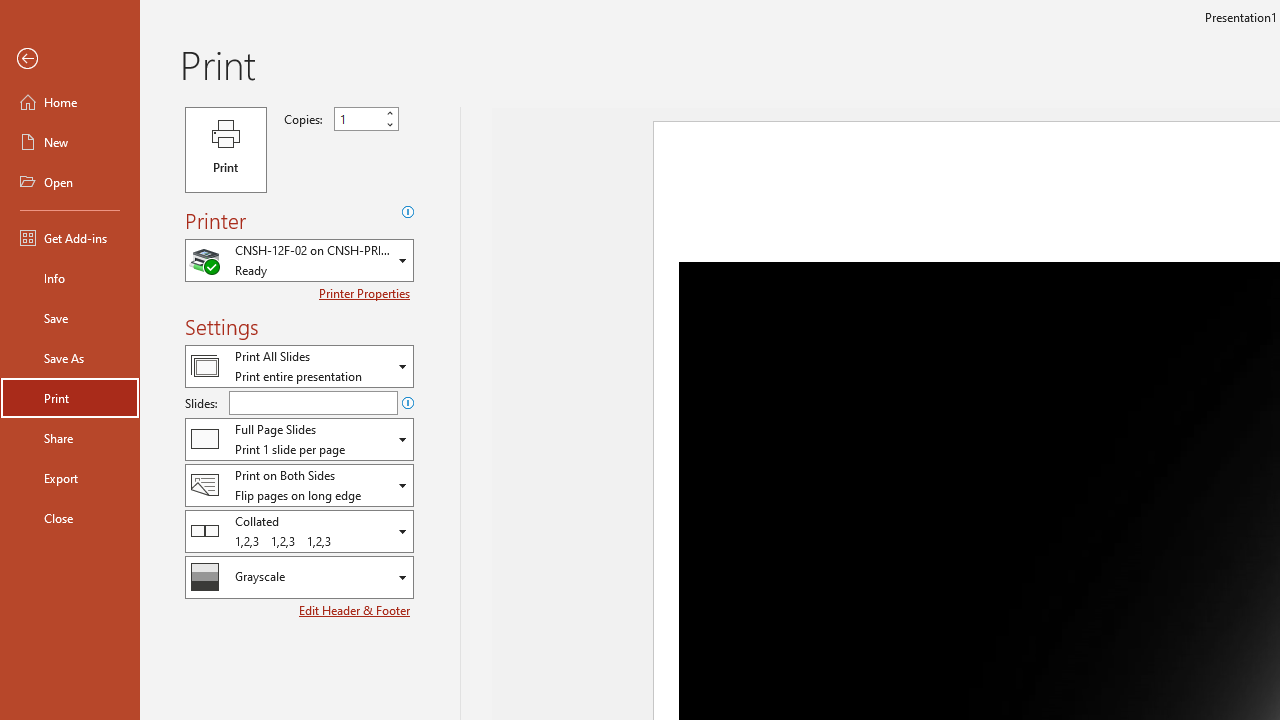 The width and height of the screenshot is (1280, 720). Describe the element at coordinates (69, 398) in the screenshot. I see `'Print'` at that location.